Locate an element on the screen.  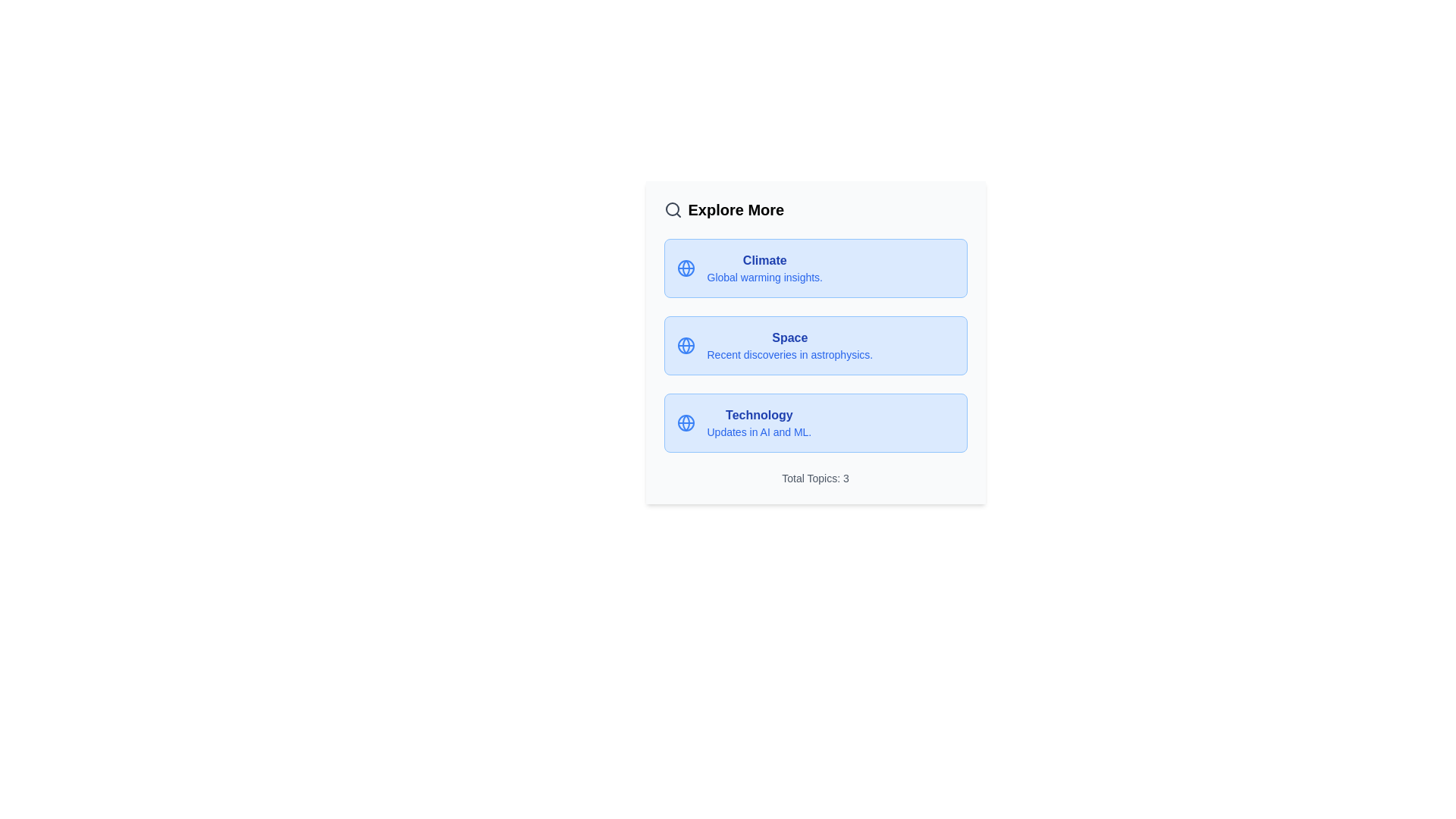
the 'Climate' chip to explore its details is located at coordinates (764, 259).